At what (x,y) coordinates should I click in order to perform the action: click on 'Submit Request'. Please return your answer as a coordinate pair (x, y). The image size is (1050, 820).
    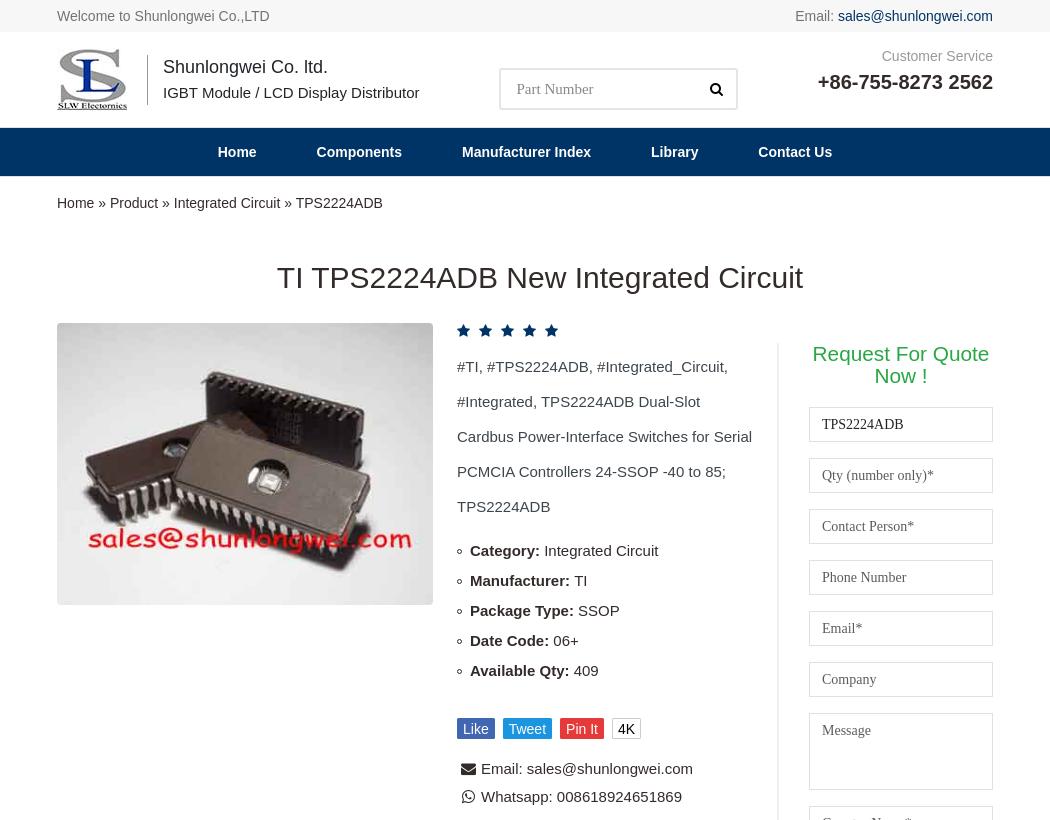
    Looking at the image, I should click on (851, 444).